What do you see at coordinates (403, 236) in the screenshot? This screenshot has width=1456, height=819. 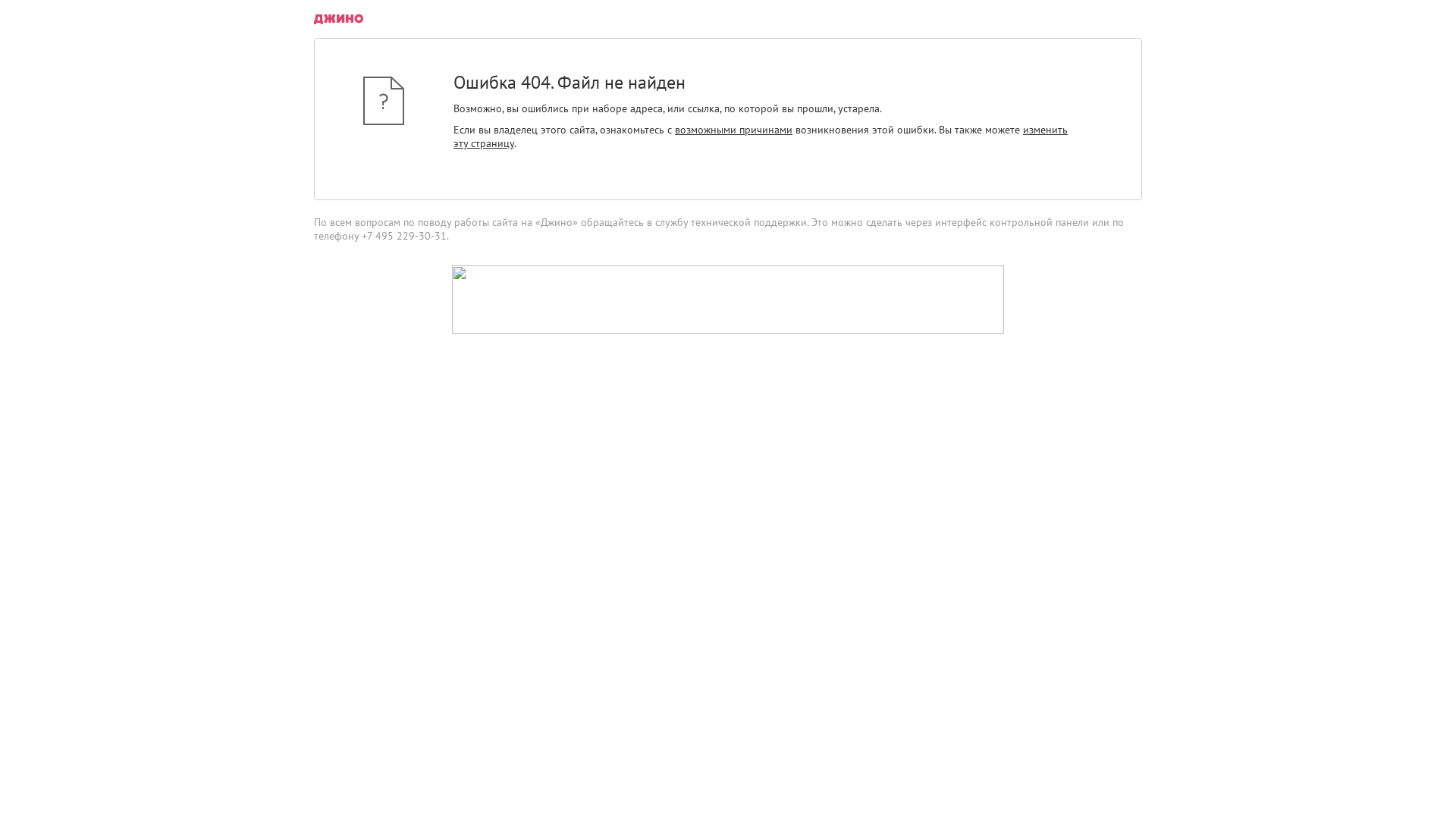 I see `'+7 495 229-30-31'` at bounding box center [403, 236].